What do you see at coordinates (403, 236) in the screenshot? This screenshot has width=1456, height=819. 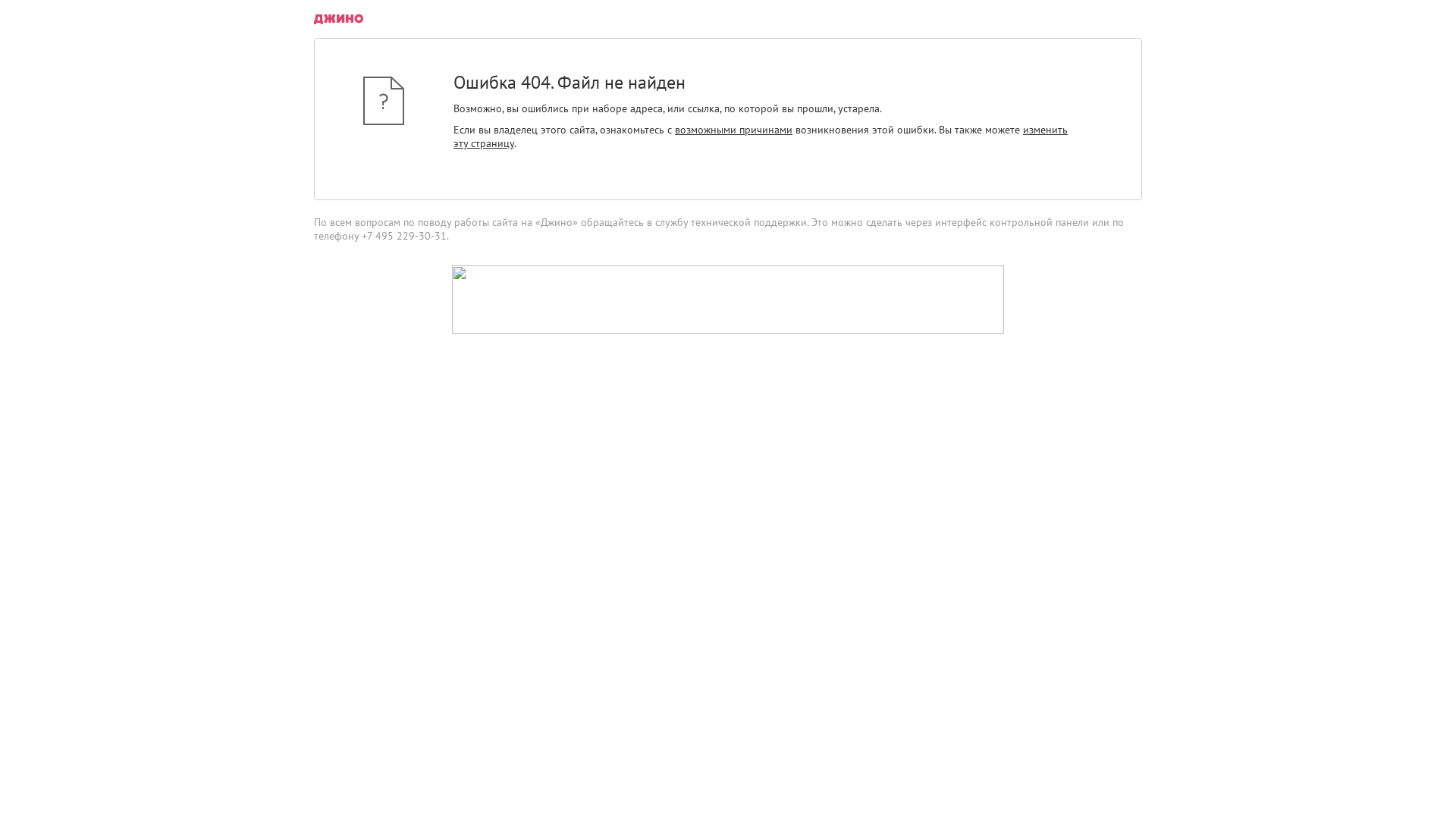 I see `'+7 495 229-30-31'` at bounding box center [403, 236].